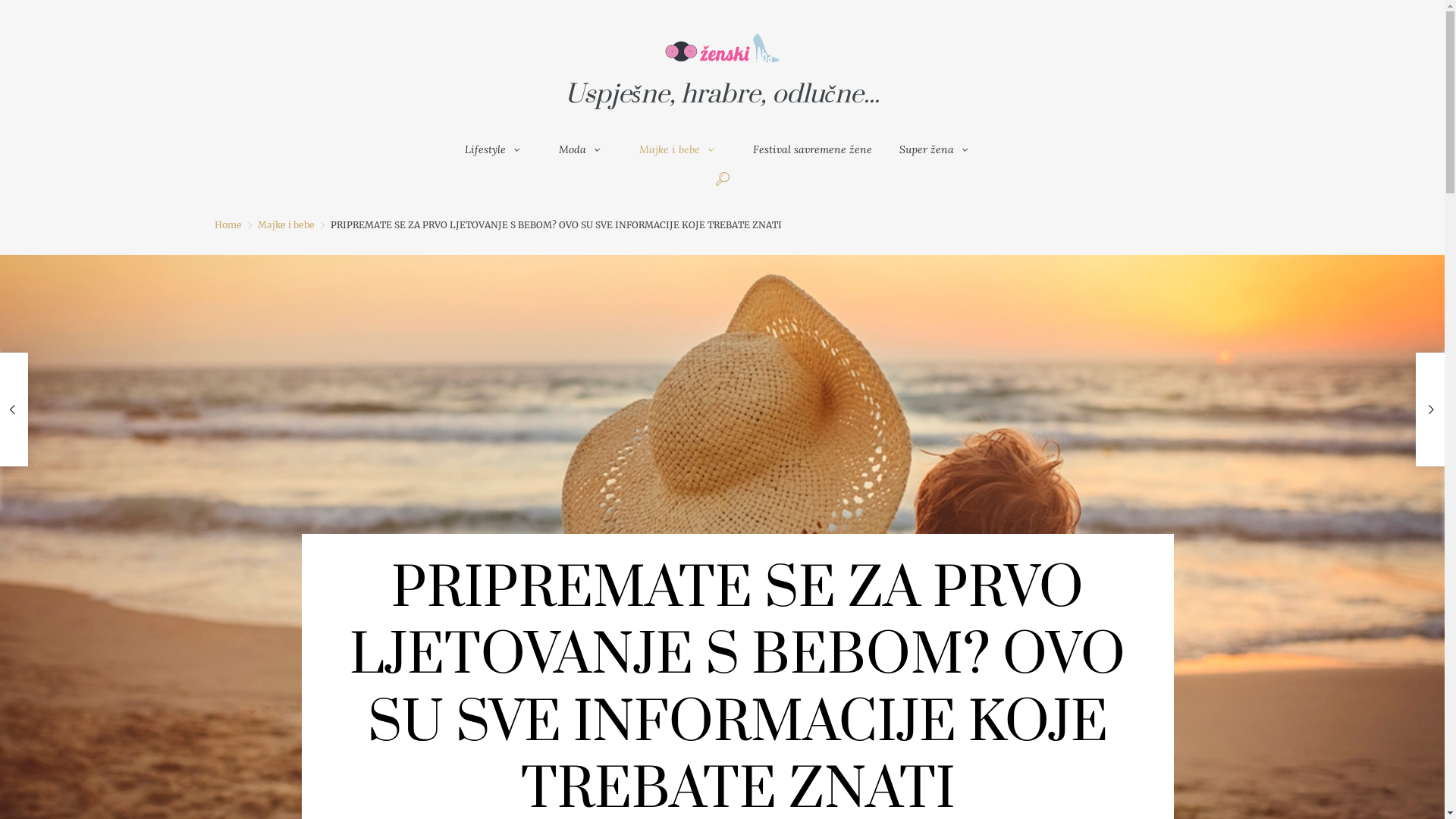  What do you see at coordinates (975, 375) in the screenshot?
I see `'Search'` at bounding box center [975, 375].